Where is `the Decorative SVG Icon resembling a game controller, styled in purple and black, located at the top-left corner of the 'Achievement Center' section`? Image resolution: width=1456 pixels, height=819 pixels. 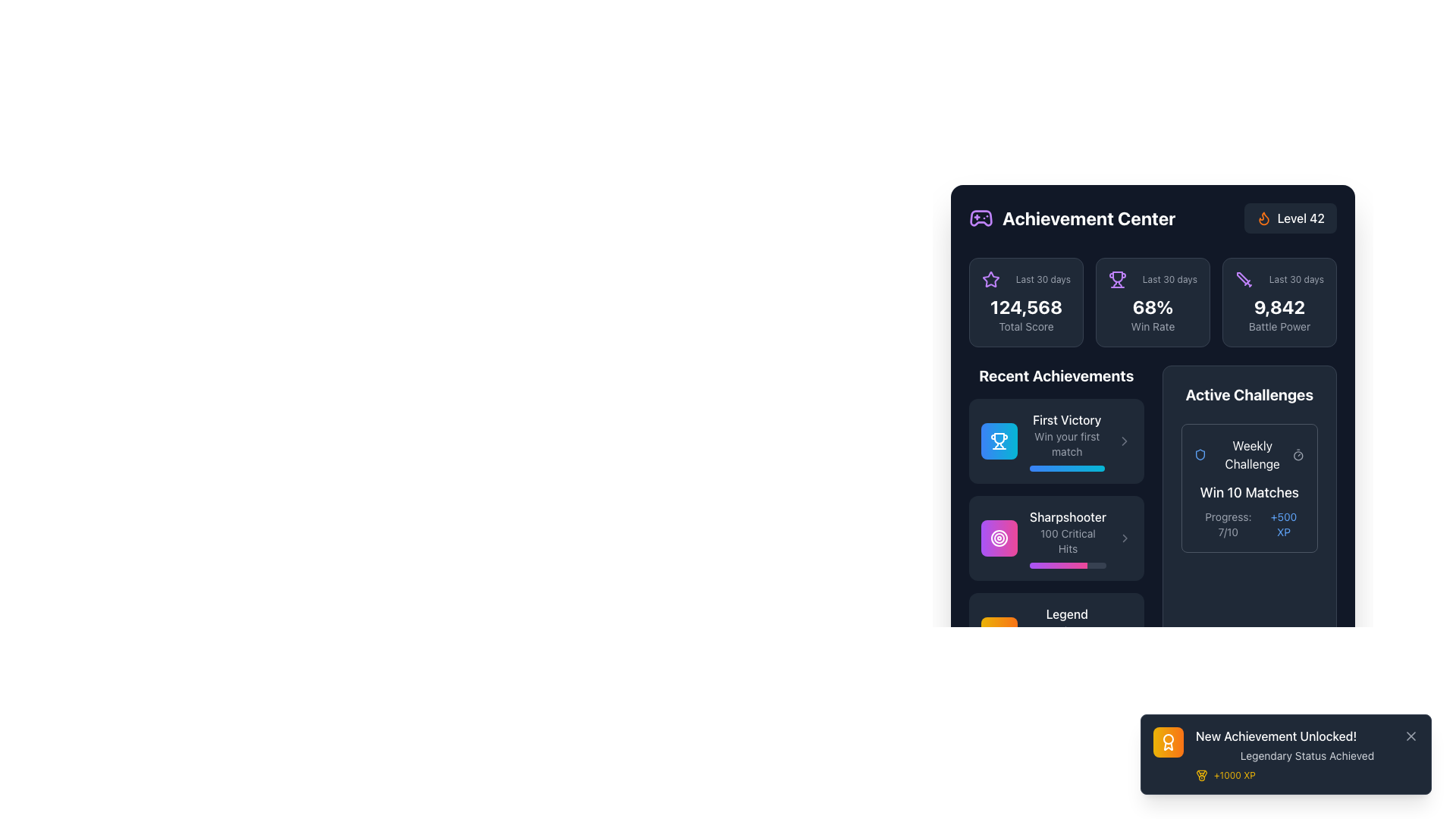
the Decorative SVG Icon resembling a game controller, styled in purple and black, located at the top-left corner of the 'Achievement Center' section is located at coordinates (981, 218).